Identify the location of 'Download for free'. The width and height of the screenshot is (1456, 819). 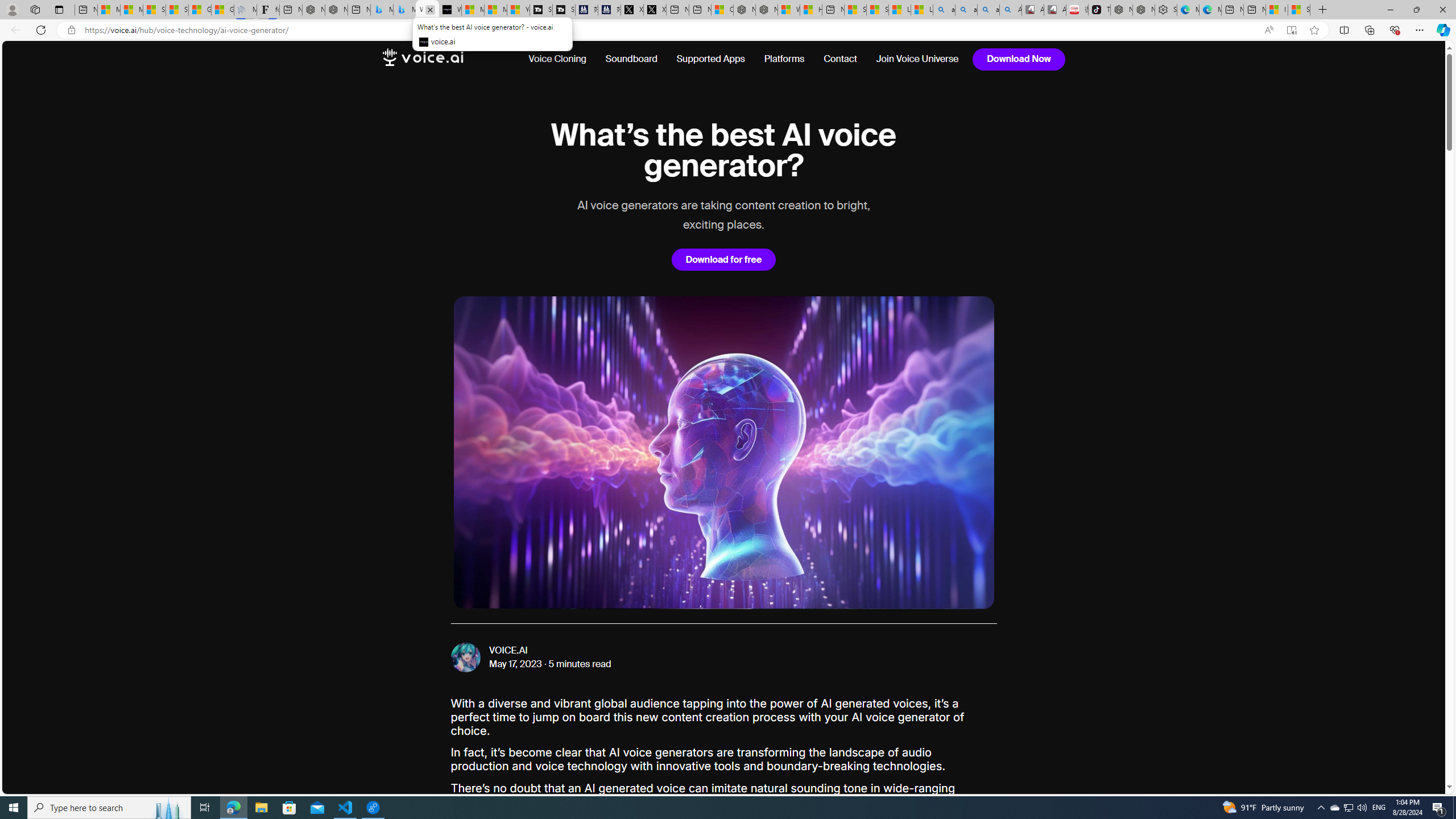
(723, 259).